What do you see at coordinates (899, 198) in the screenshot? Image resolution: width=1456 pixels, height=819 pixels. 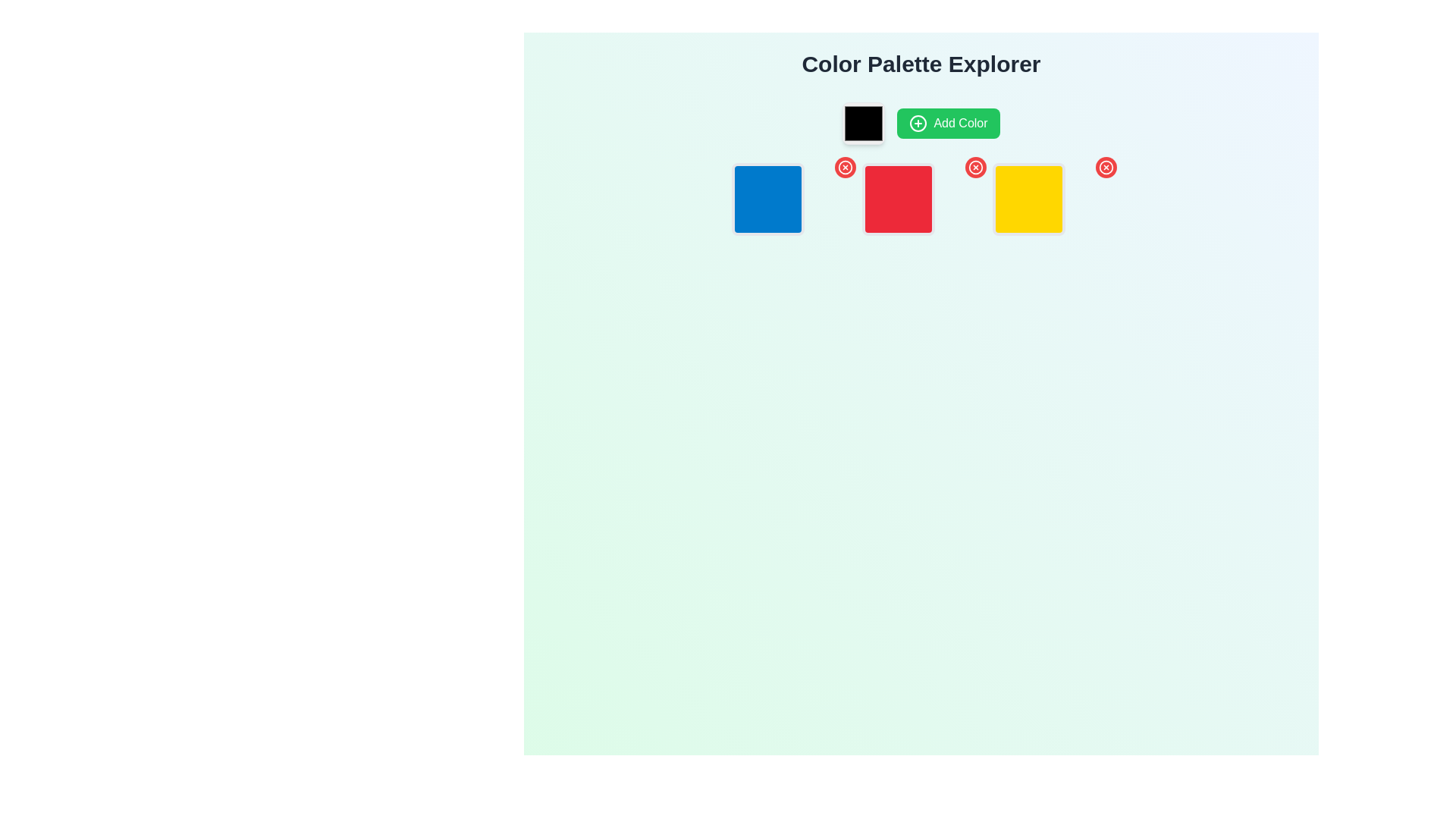 I see `the visual indicator color swatch located between a blue square and a yellow square in the color palette selection interface` at bounding box center [899, 198].